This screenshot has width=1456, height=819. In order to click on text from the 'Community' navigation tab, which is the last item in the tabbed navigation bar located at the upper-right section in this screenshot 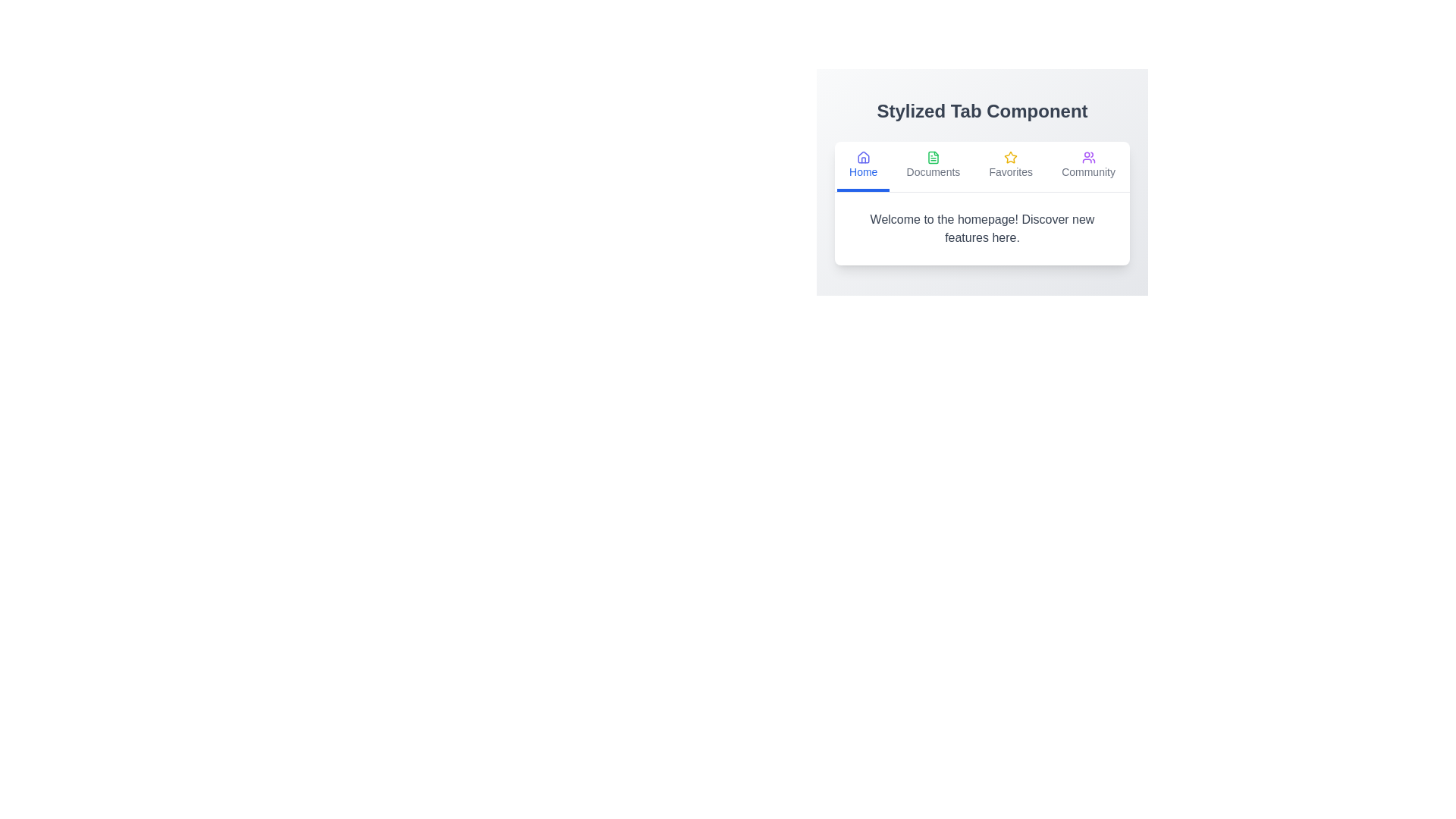, I will do `click(1087, 171)`.